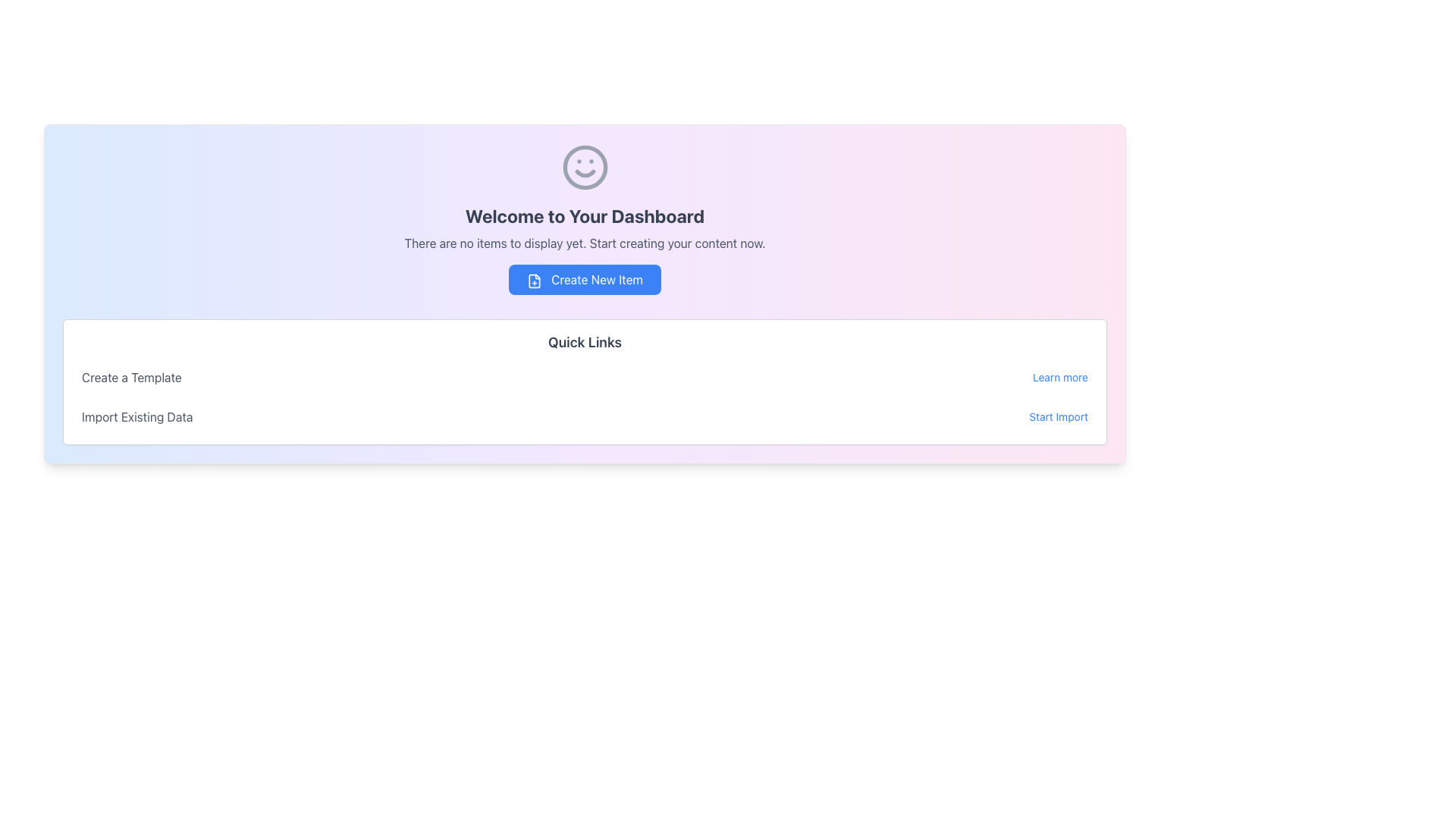 The image size is (1456, 819). Describe the element at coordinates (584, 167) in the screenshot. I see `the smiley face icon, which is a circular outline filled with light color, located at the top middle of the interface just above the text 'Welcome to Your Dashboard'` at that location.